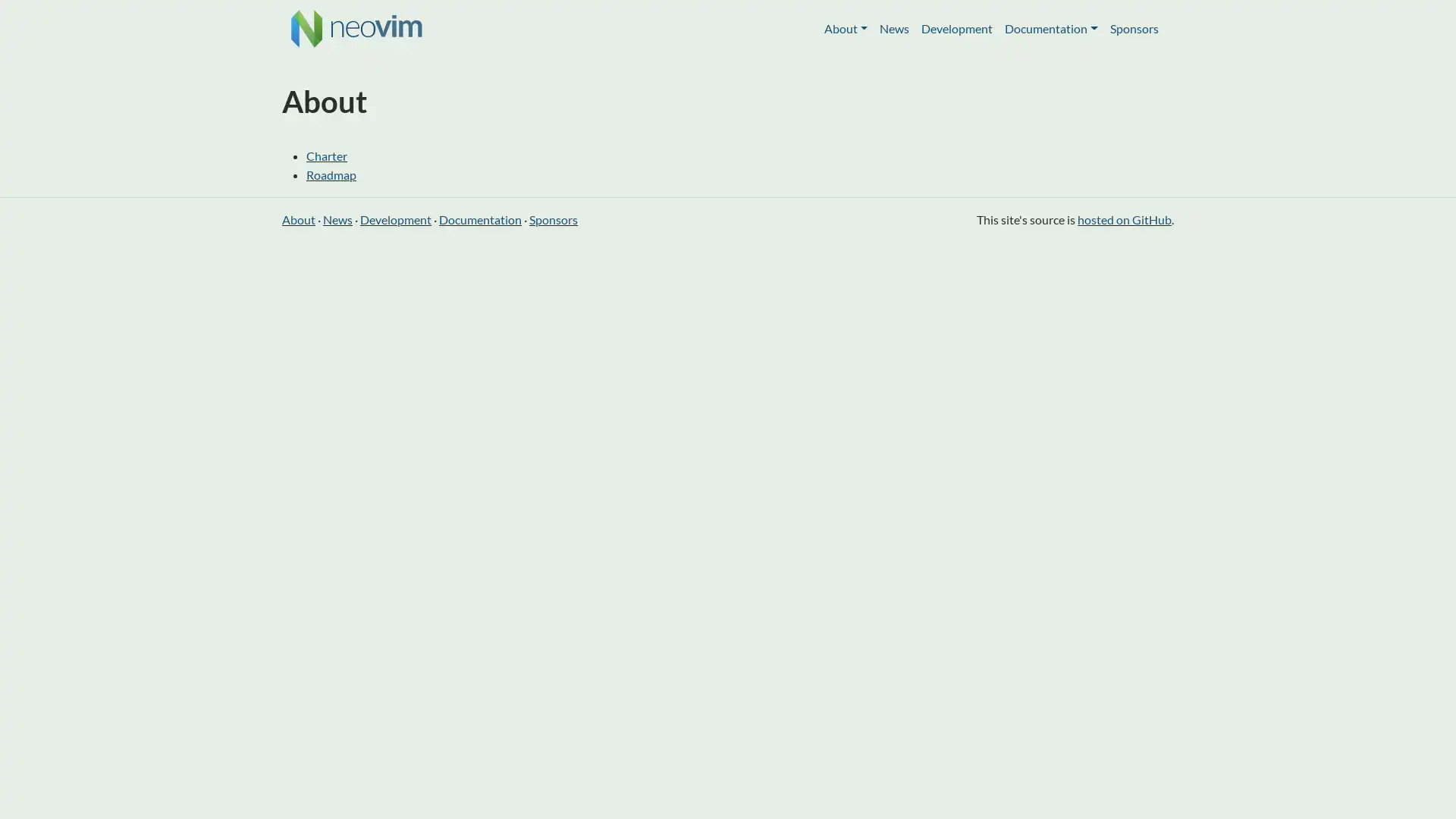 This screenshot has height=819, width=1456. I want to click on About, so click(844, 28).